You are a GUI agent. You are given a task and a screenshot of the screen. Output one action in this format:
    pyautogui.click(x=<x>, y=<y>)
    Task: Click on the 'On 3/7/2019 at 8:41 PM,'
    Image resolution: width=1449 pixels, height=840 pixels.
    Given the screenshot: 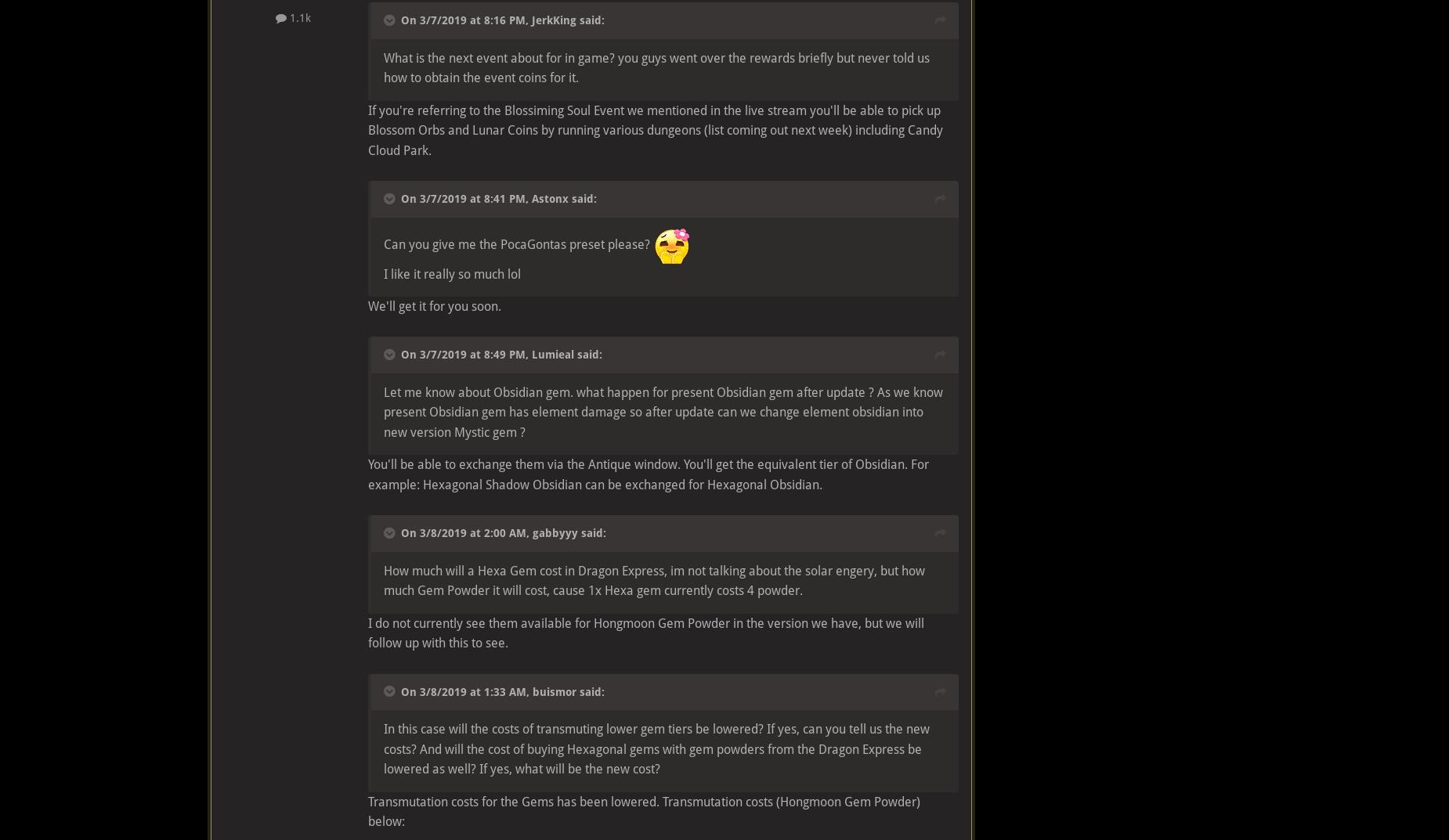 What is the action you would take?
    pyautogui.click(x=466, y=197)
    